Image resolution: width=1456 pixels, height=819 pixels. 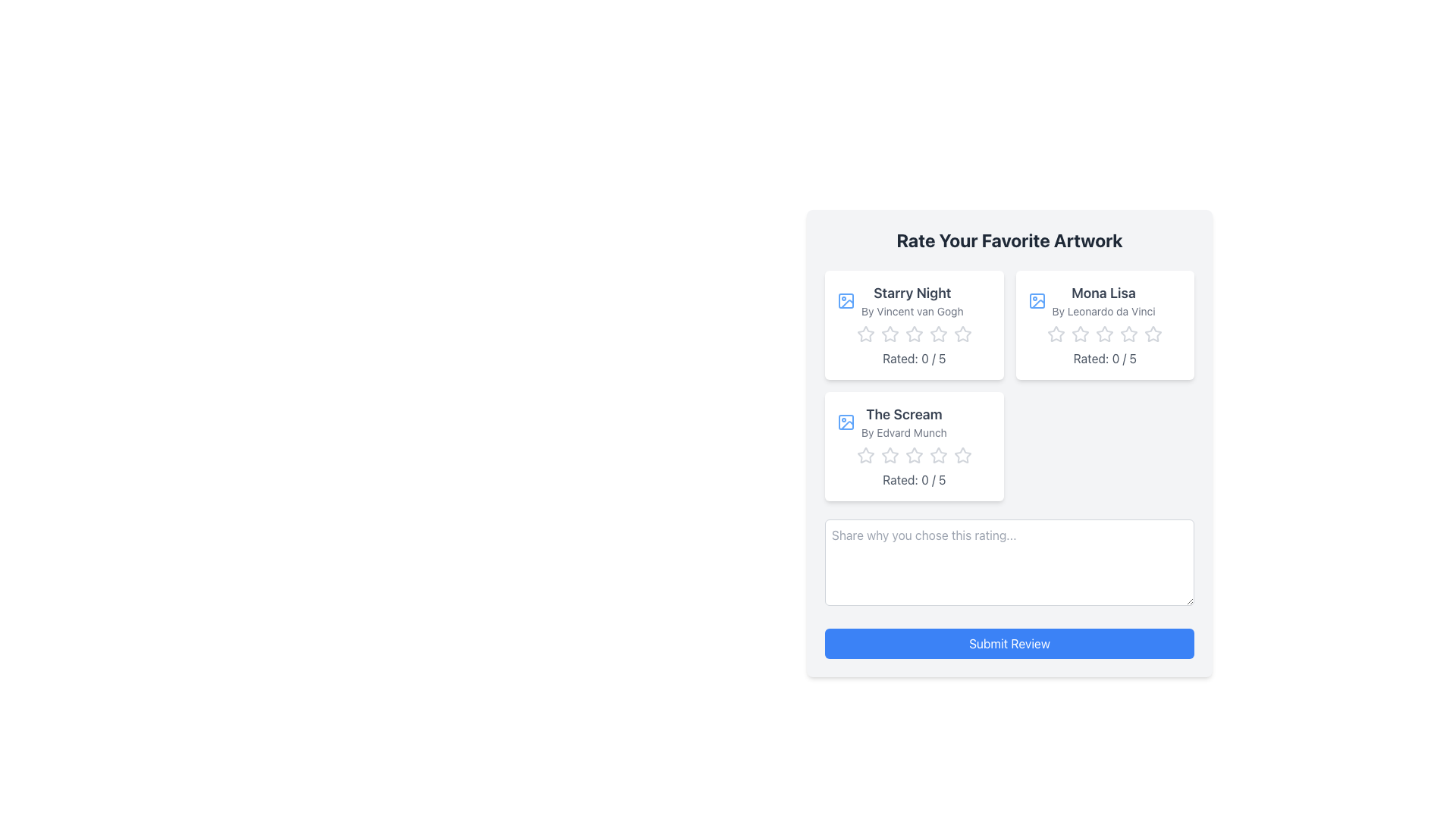 What do you see at coordinates (913, 454) in the screenshot?
I see `the first star icon for rating associated with 'The Scream' artwork` at bounding box center [913, 454].